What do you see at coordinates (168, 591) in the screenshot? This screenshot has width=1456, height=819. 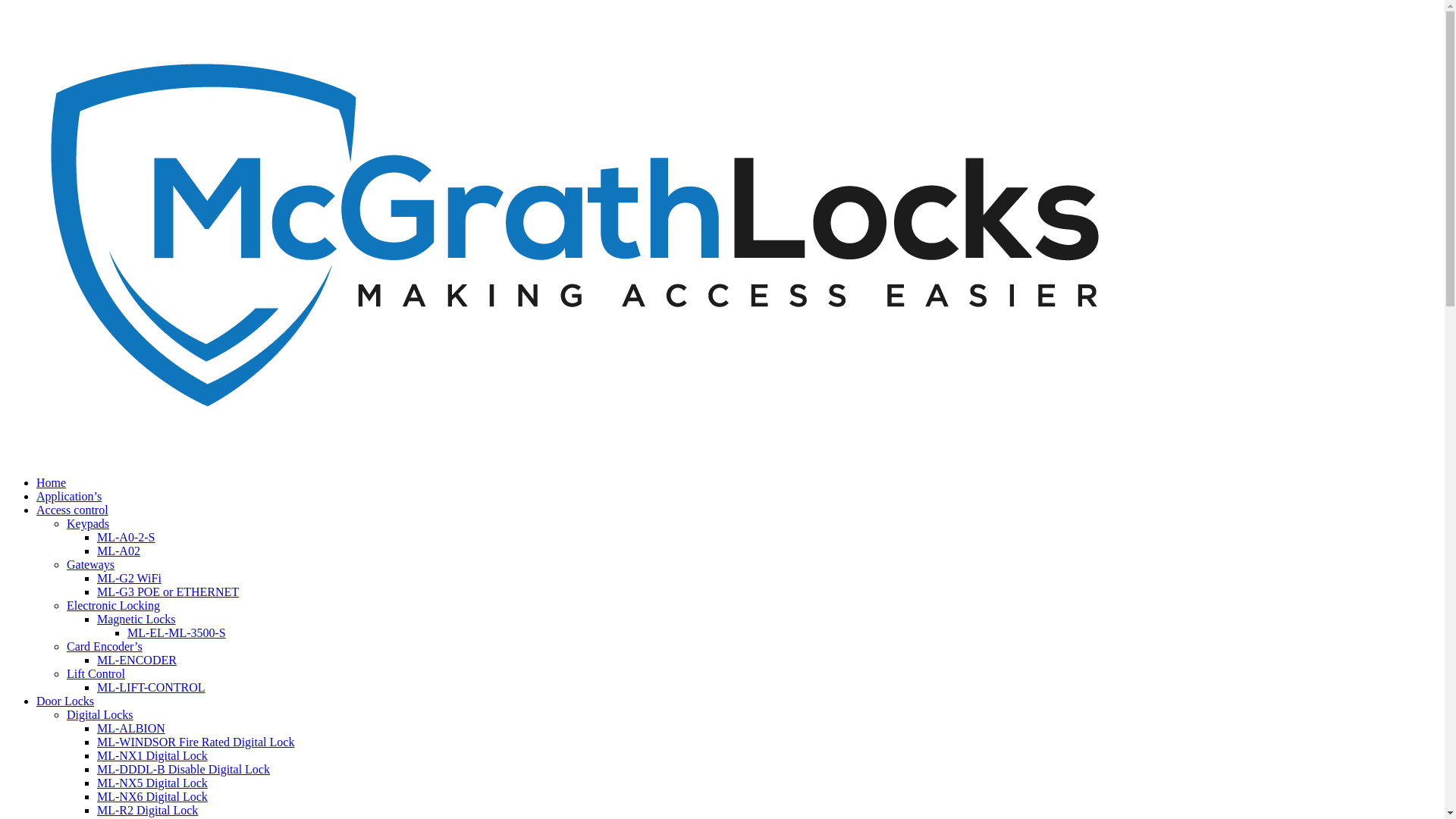 I see `'ML-G3 POE or ETHERNET'` at bounding box center [168, 591].